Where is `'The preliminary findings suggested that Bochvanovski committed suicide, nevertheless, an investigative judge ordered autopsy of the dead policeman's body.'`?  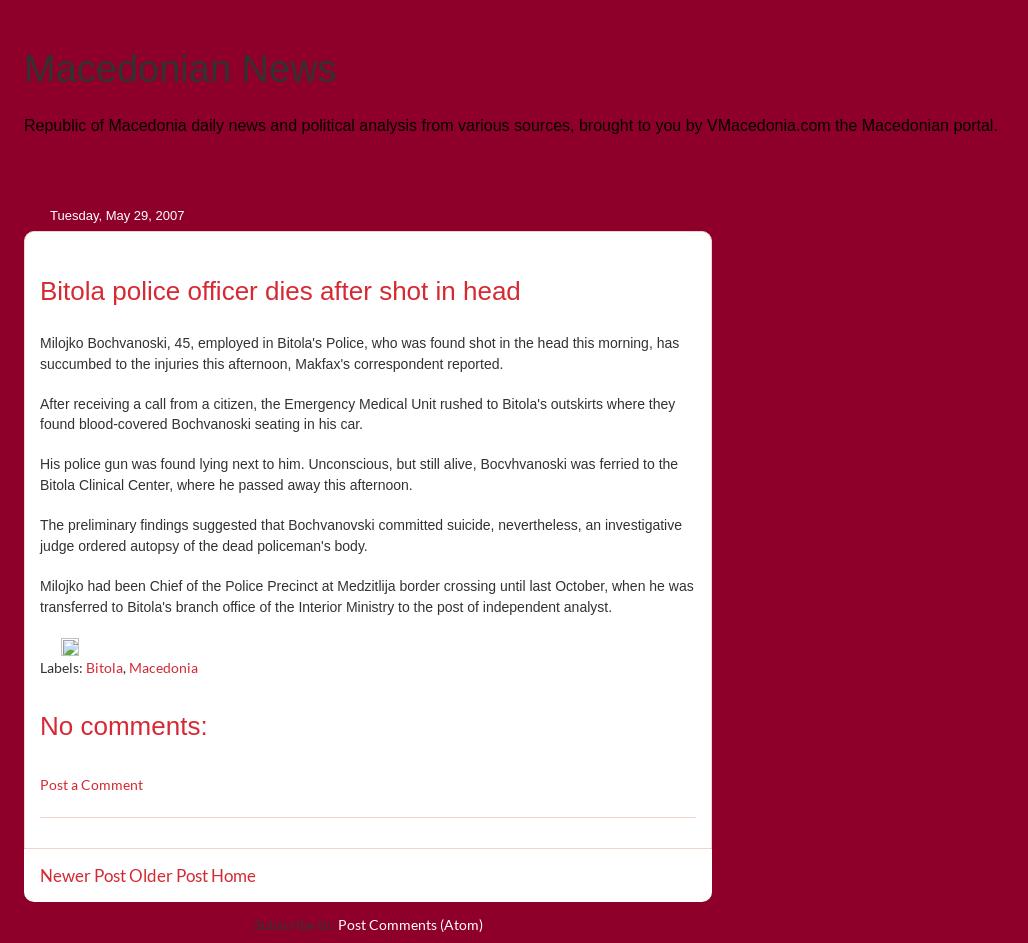
'The preliminary findings suggested that Bochvanovski committed suicide, nevertheless, an investigative judge ordered autopsy of the dead policeman's body.' is located at coordinates (39, 534).